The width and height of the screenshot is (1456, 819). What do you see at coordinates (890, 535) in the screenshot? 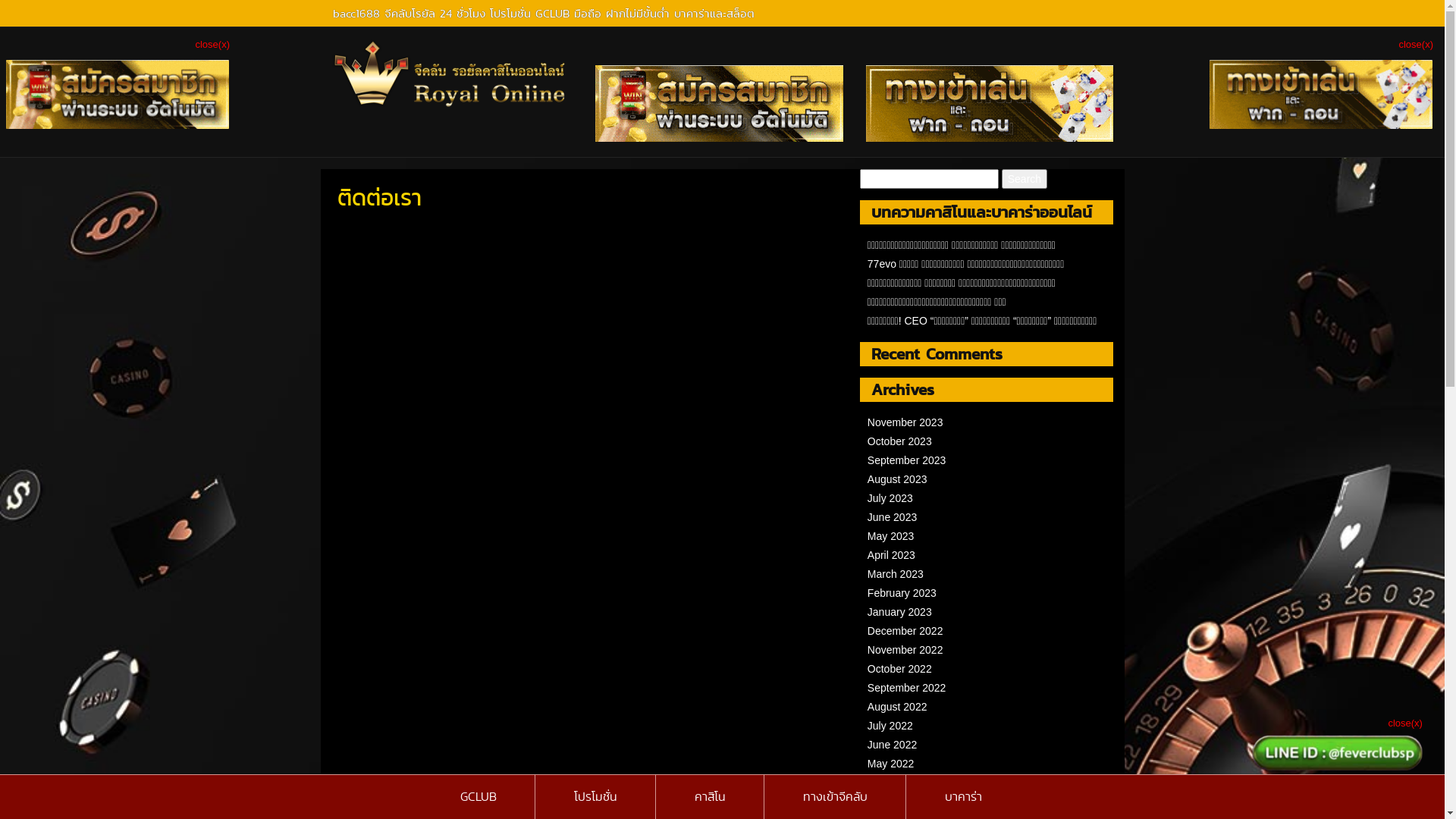
I see `'May 2023'` at bounding box center [890, 535].